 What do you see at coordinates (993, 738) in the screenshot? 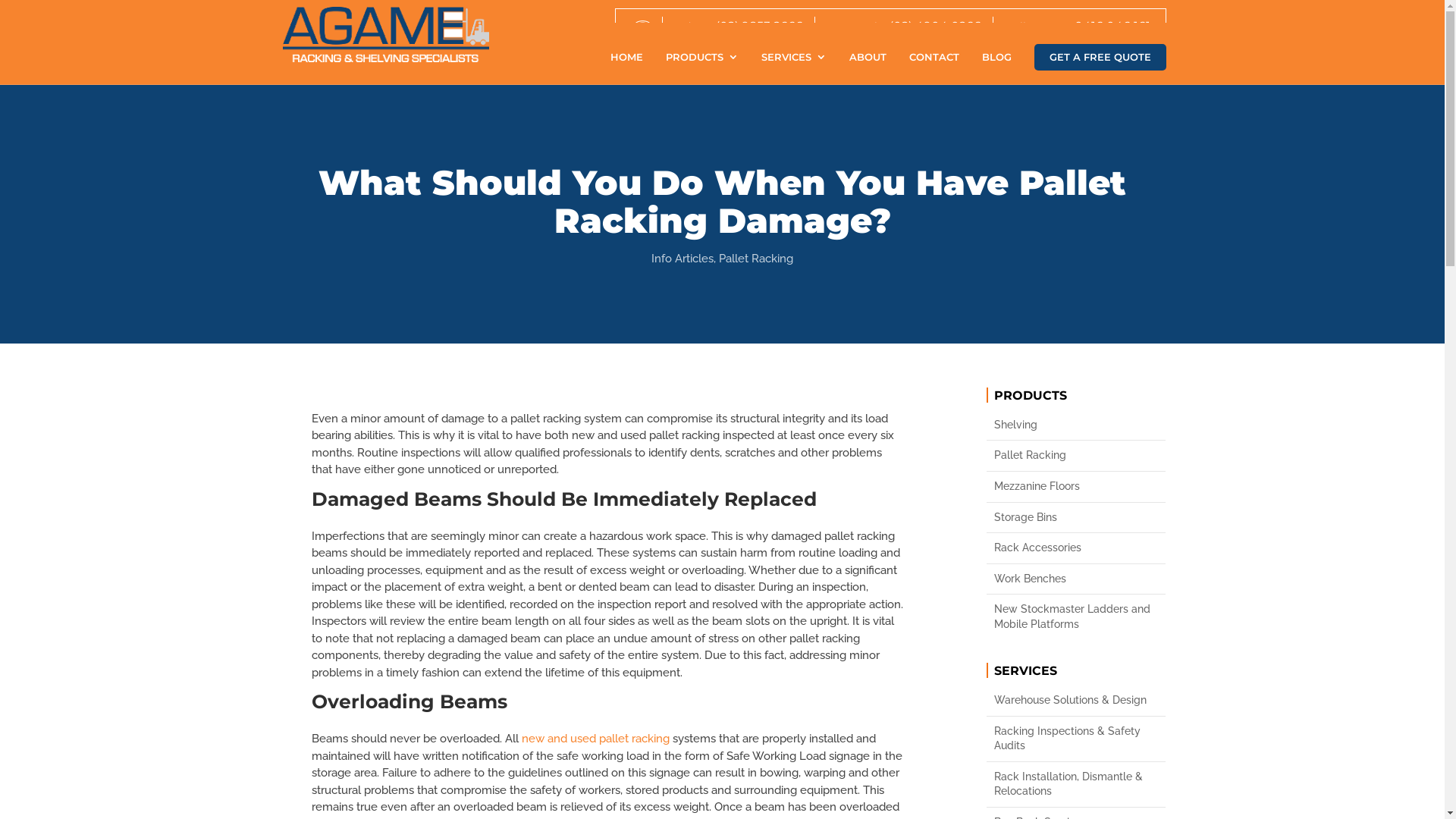
I see `'Racking Inspections & Safety Audits'` at bounding box center [993, 738].